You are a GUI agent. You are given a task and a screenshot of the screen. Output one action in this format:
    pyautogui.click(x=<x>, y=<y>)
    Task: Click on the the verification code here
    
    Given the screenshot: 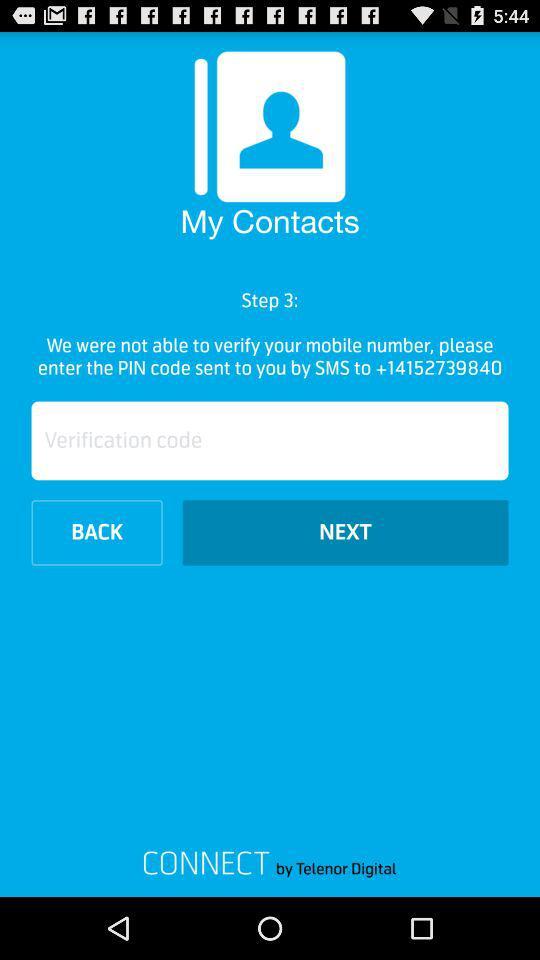 What is the action you would take?
    pyautogui.click(x=270, y=440)
    